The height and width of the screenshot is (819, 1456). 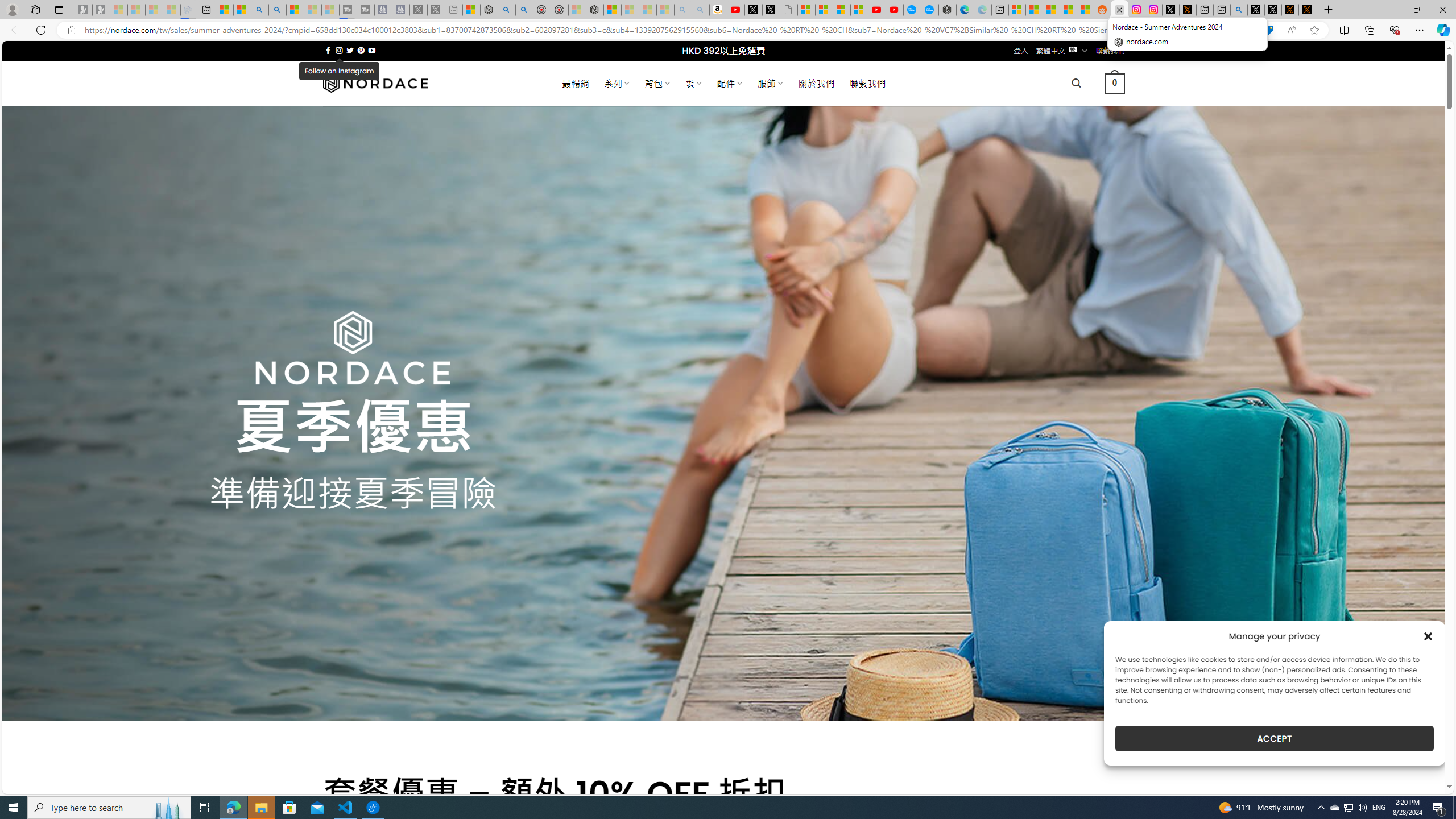 What do you see at coordinates (1268, 30) in the screenshot?
I see `'This site has coupons! Shopping in Microsoft Edge'` at bounding box center [1268, 30].